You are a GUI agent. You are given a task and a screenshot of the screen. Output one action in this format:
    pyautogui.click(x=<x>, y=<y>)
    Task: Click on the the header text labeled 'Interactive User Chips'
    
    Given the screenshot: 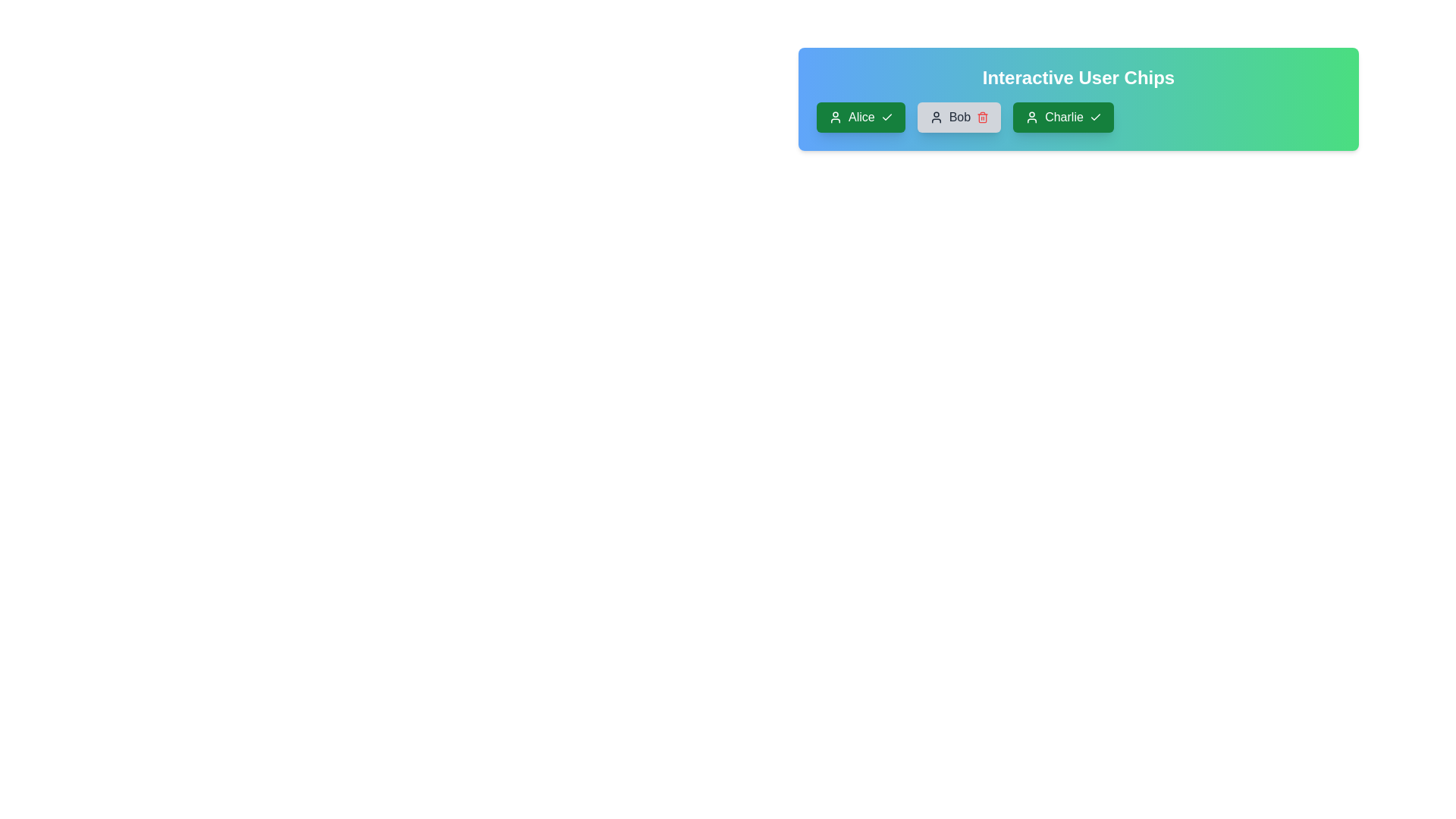 What is the action you would take?
    pyautogui.click(x=1078, y=78)
    